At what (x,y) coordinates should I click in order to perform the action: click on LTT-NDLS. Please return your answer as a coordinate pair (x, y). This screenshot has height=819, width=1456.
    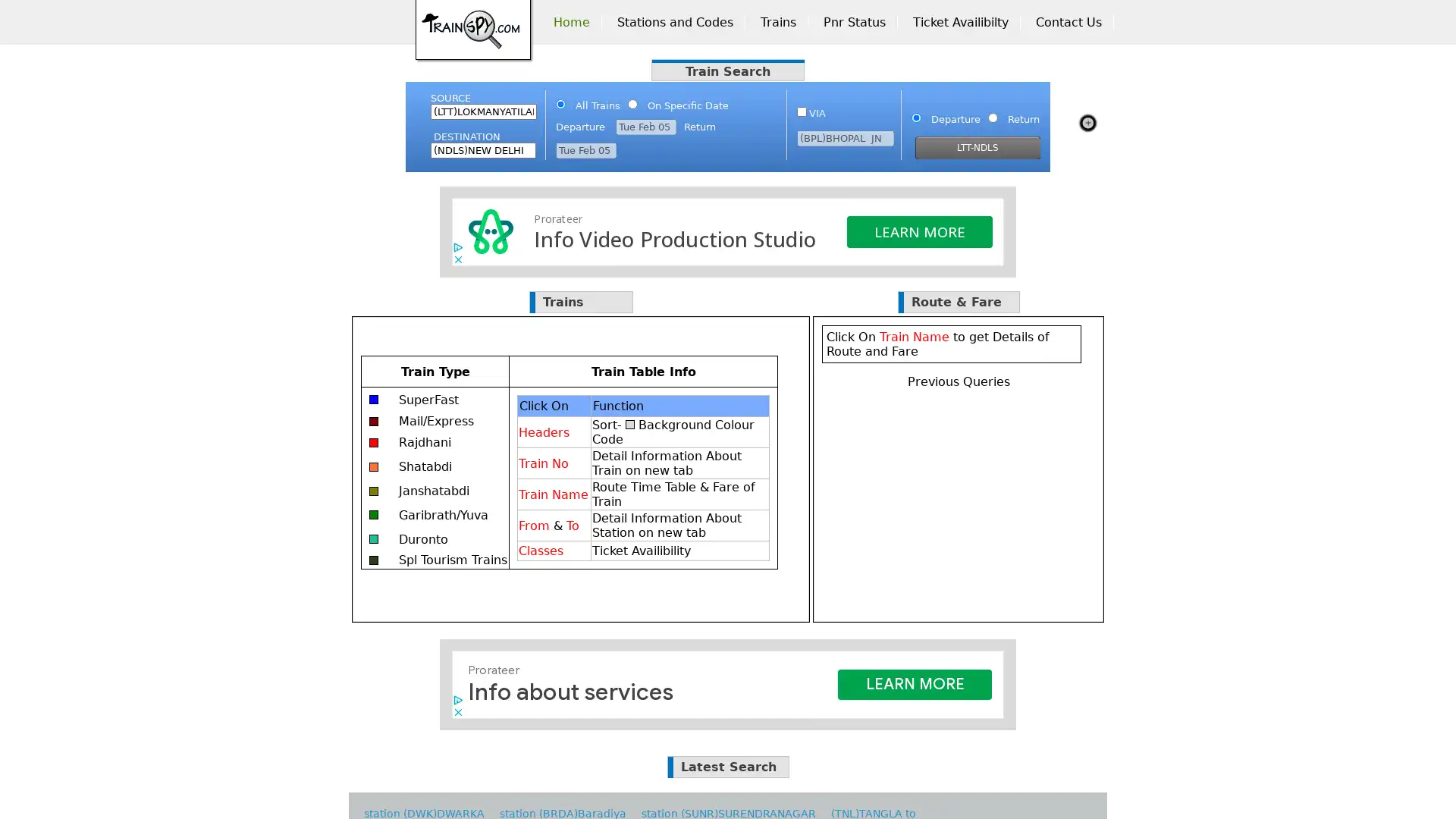
    Looking at the image, I should click on (977, 148).